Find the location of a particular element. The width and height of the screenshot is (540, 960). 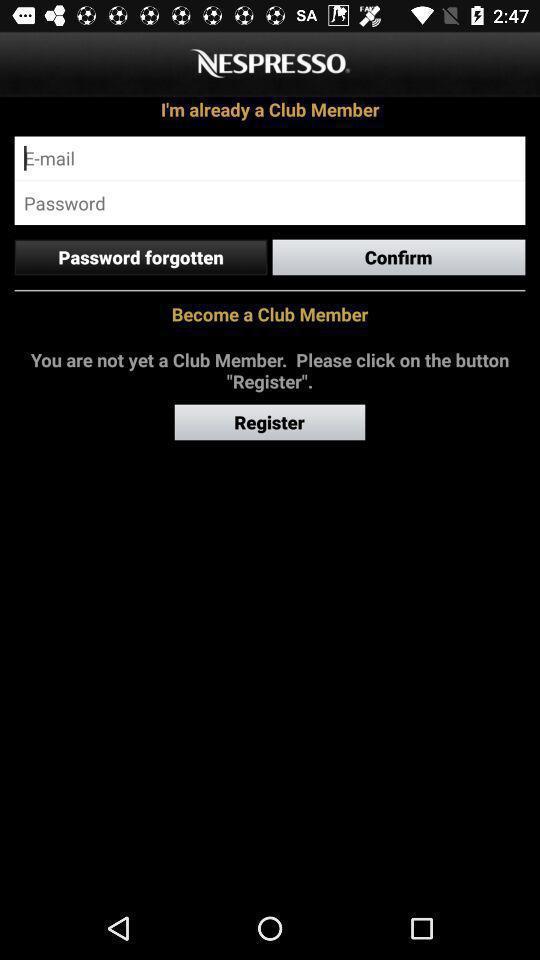

confirm is located at coordinates (399, 256).